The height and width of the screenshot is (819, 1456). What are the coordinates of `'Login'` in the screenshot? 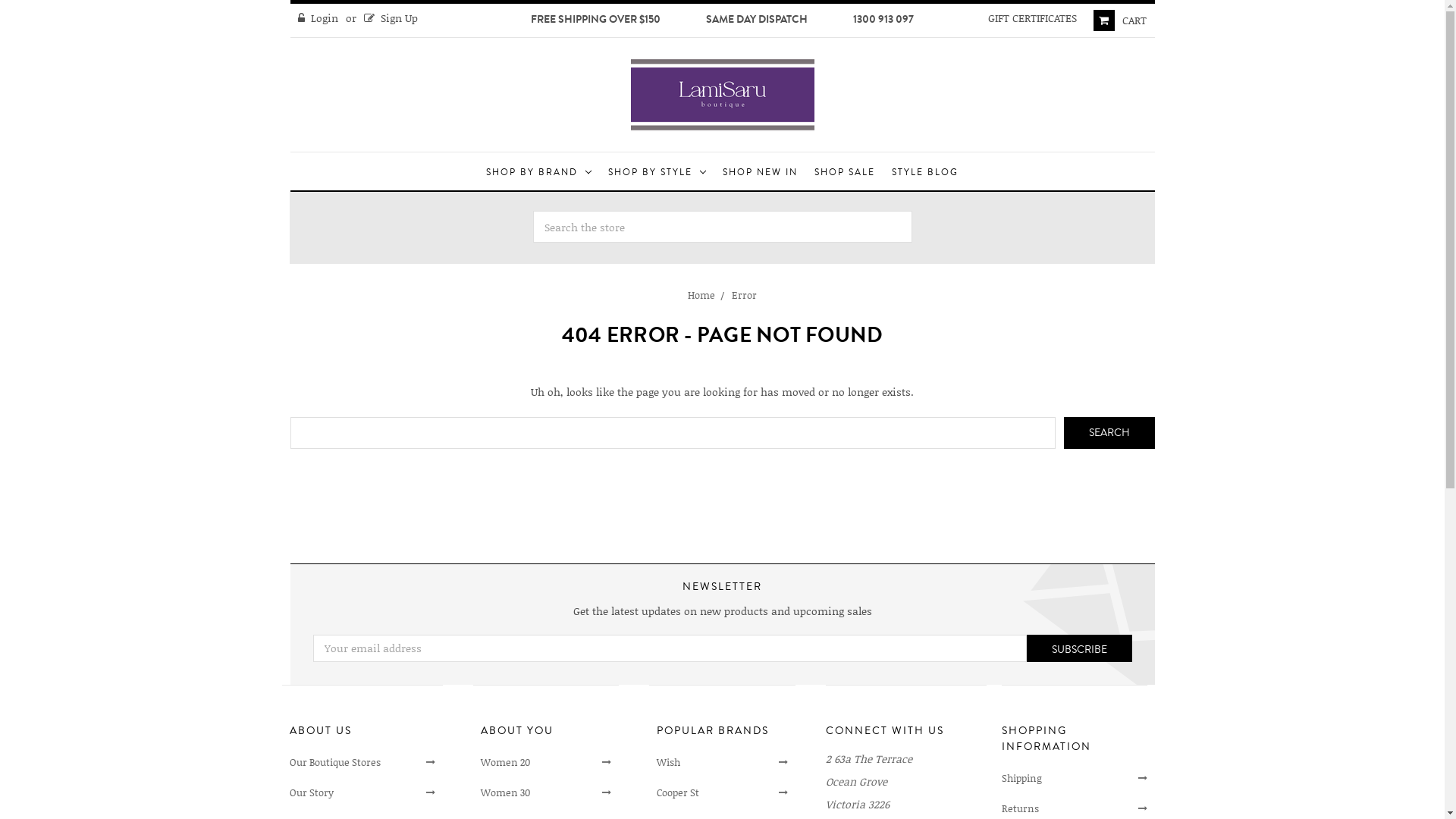 It's located at (317, 17).